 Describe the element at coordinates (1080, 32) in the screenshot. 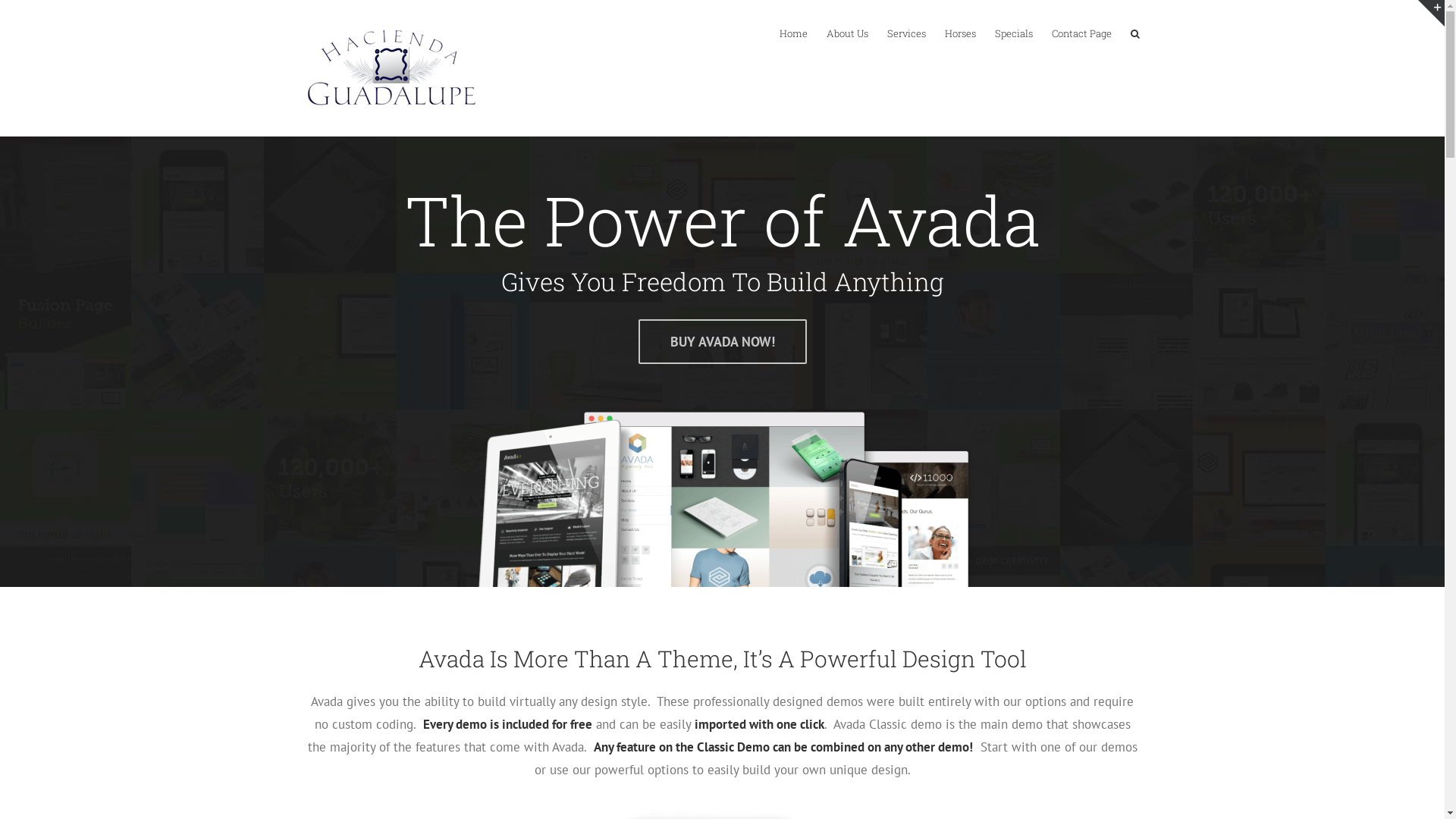

I see `'Contact Page'` at that location.